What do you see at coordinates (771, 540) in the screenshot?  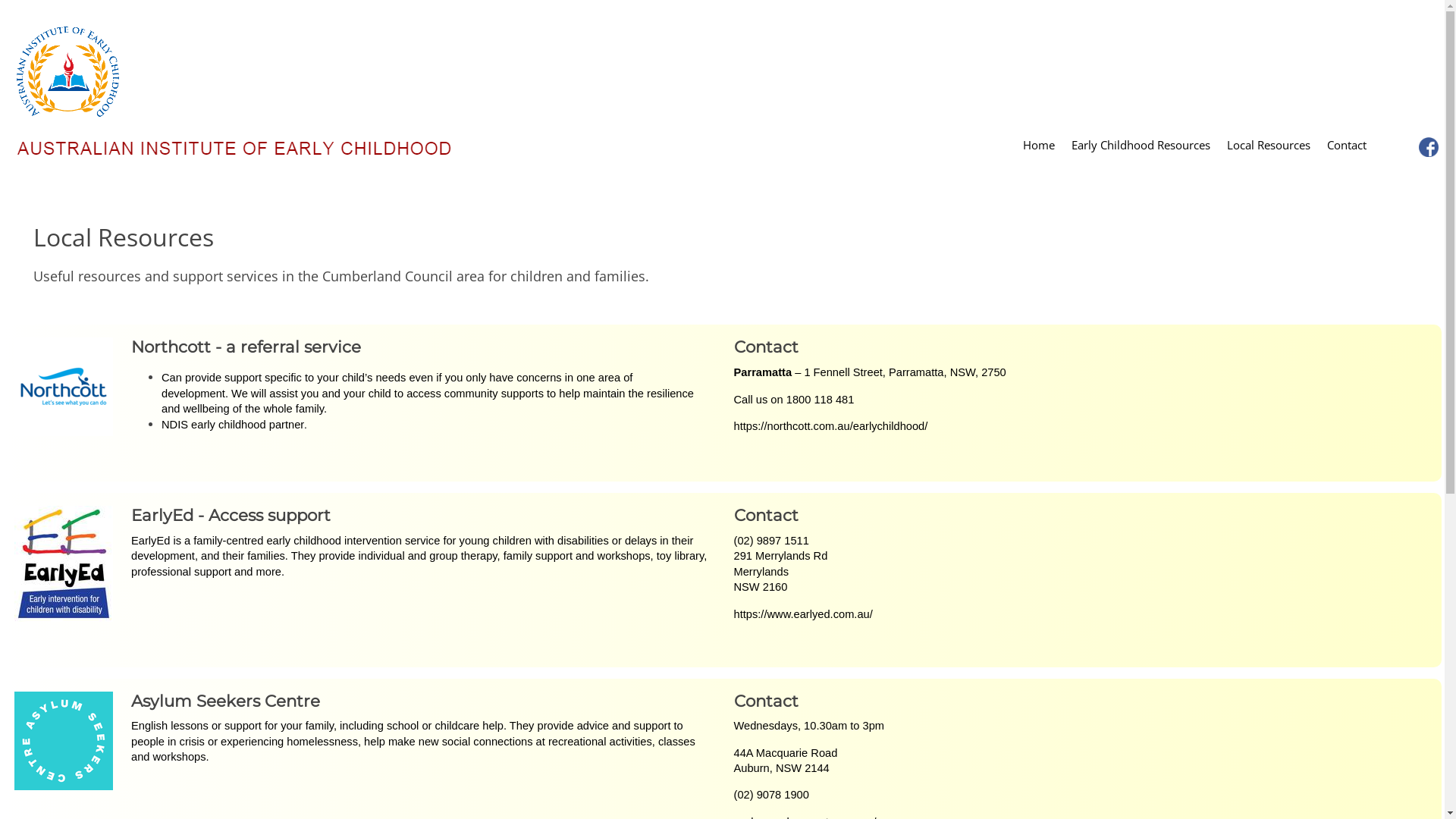 I see `'(02) 9897 1511'` at bounding box center [771, 540].